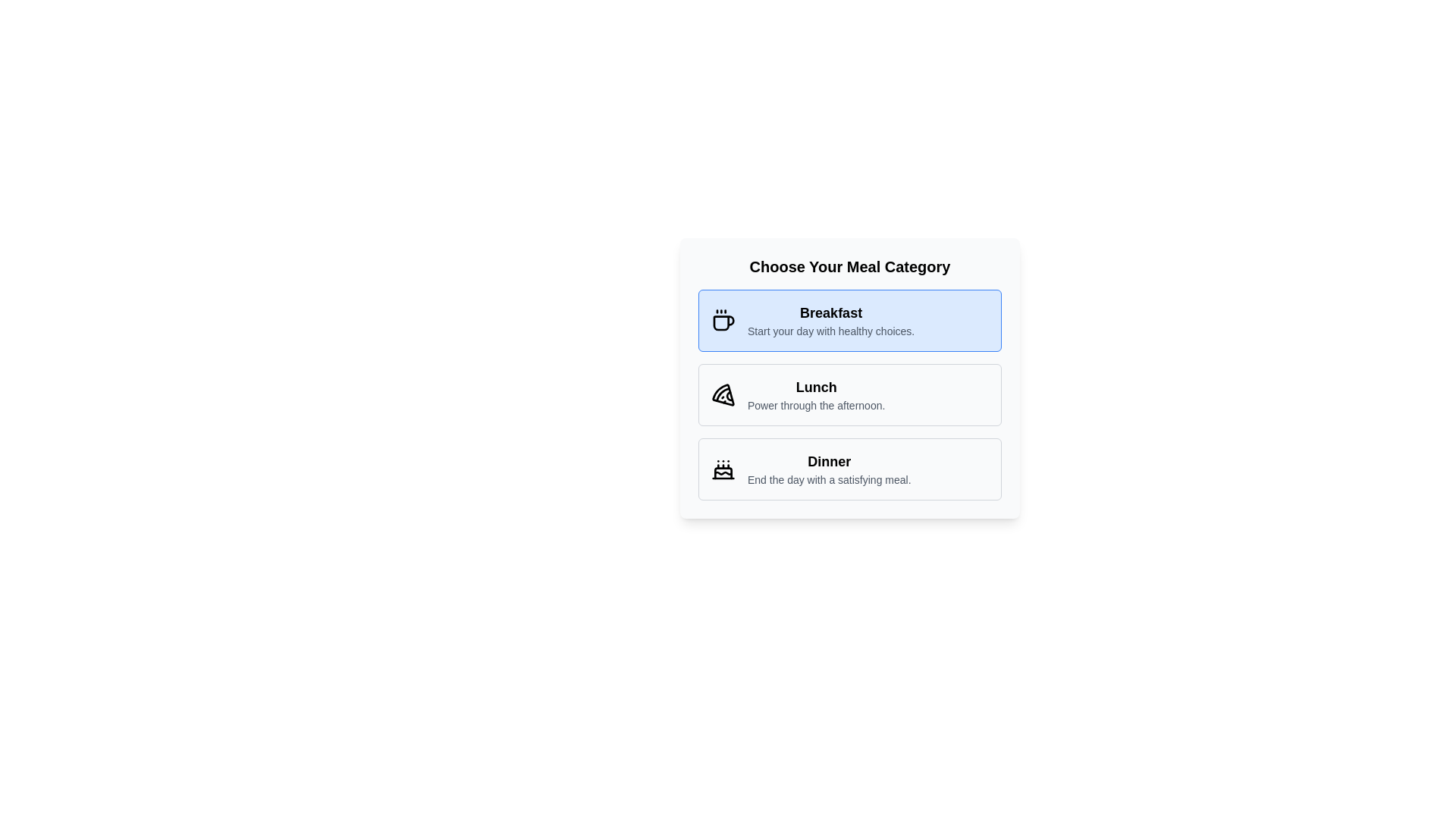  Describe the element at coordinates (830, 312) in the screenshot. I see `the bold text label reading 'Breakfast', which is styled with a medium-large font size and positioned within a light blue background, located near the upper portion of the section labeled 'Choose Your Meal Category'` at that location.